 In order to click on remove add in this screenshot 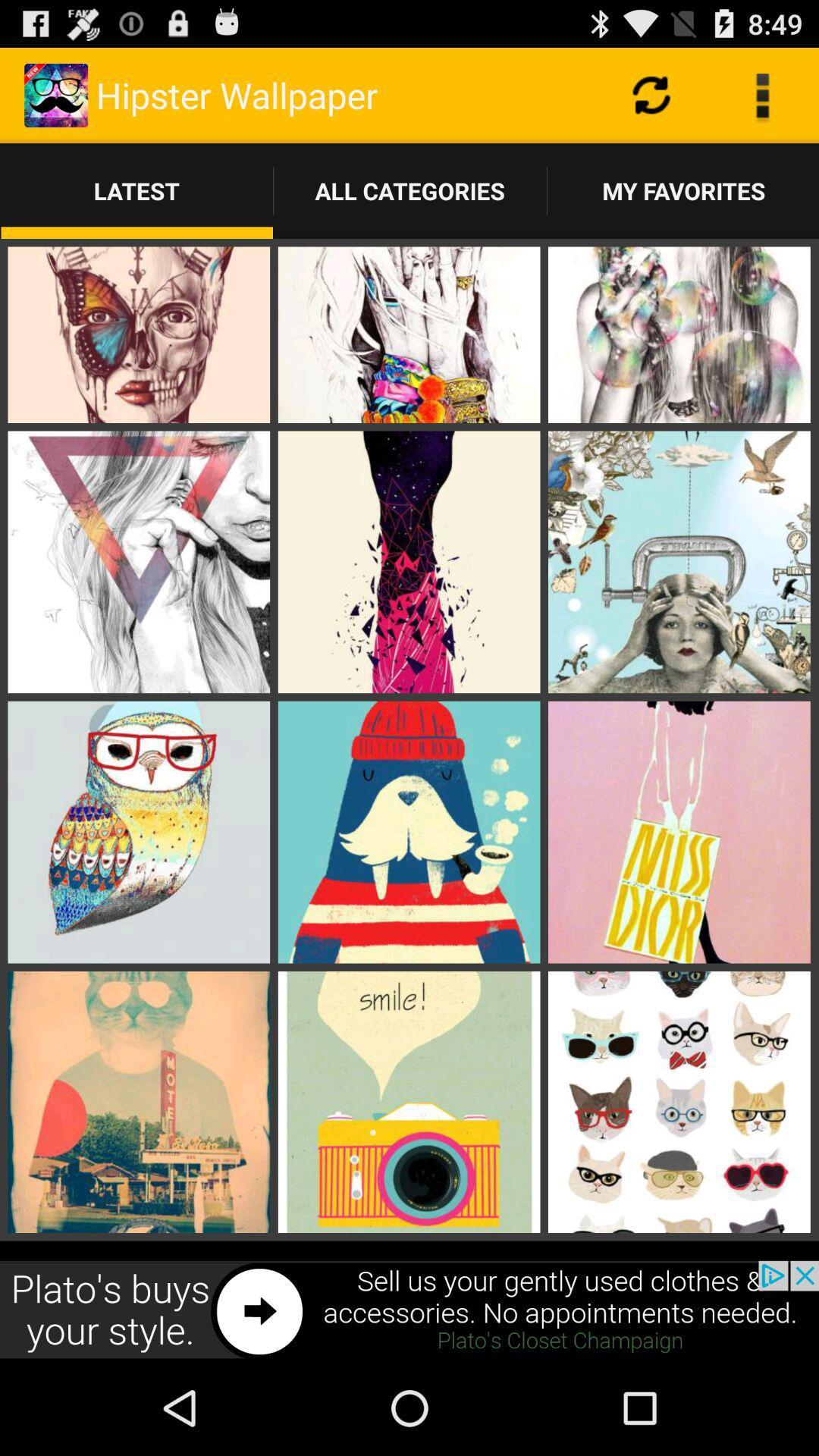, I will do `click(409, 1310)`.